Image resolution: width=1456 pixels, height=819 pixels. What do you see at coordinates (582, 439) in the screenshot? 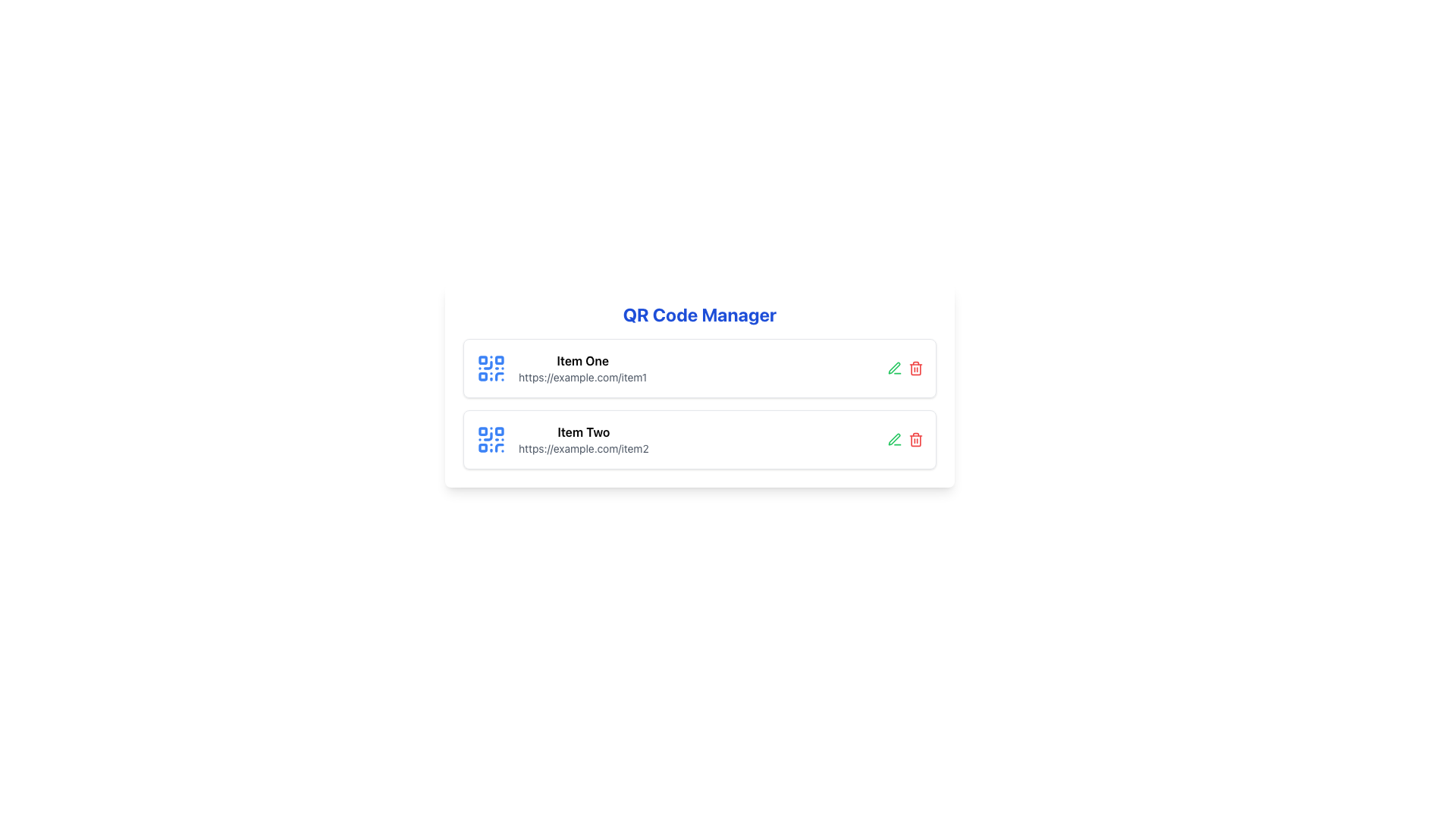
I see `text display element titled 'Item Two' with the subtitle 'https://example.com/item2' located in the second position of a vertical list` at bounding box center [582, 439].